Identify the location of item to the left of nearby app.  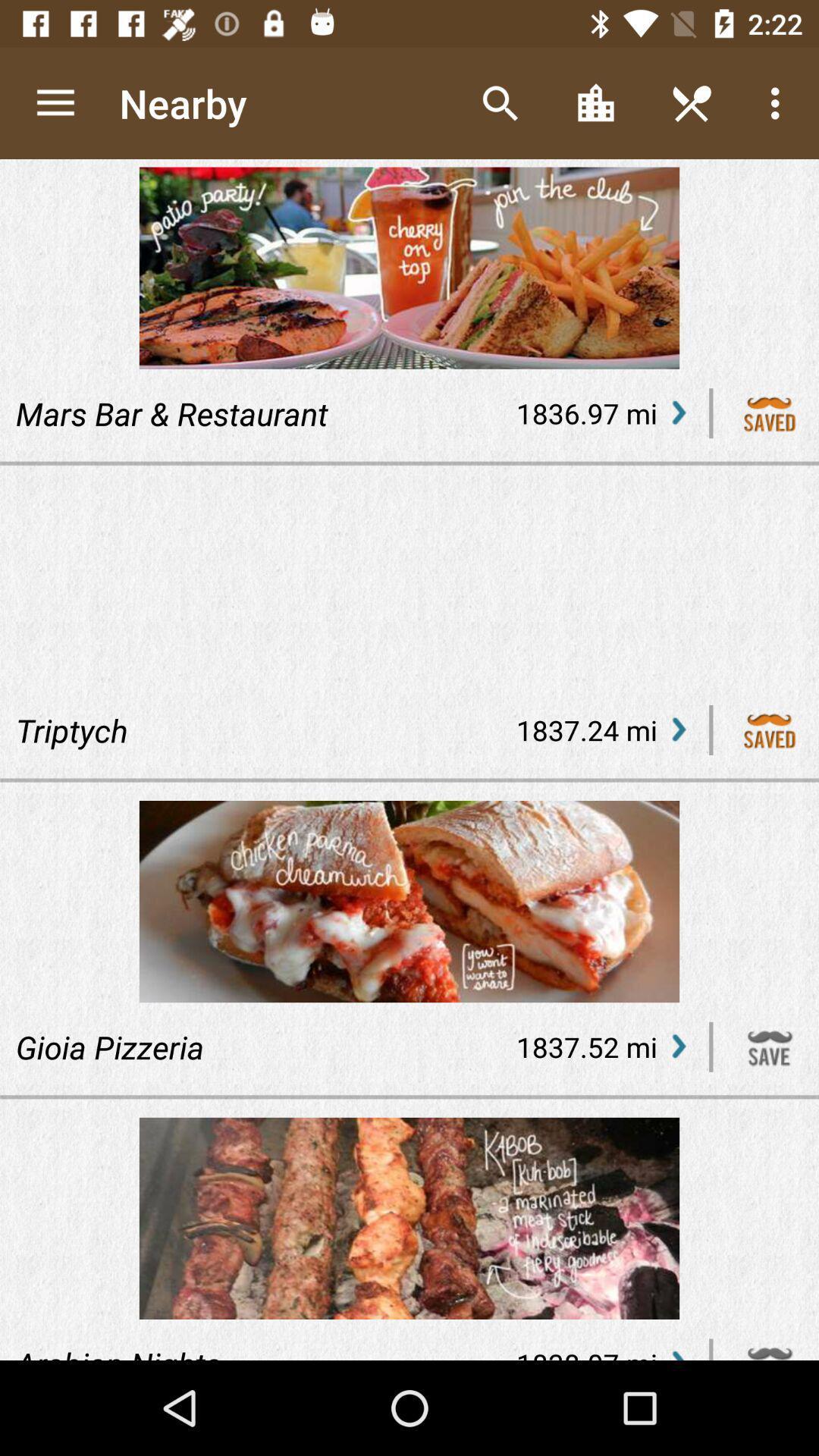
(55, 102).